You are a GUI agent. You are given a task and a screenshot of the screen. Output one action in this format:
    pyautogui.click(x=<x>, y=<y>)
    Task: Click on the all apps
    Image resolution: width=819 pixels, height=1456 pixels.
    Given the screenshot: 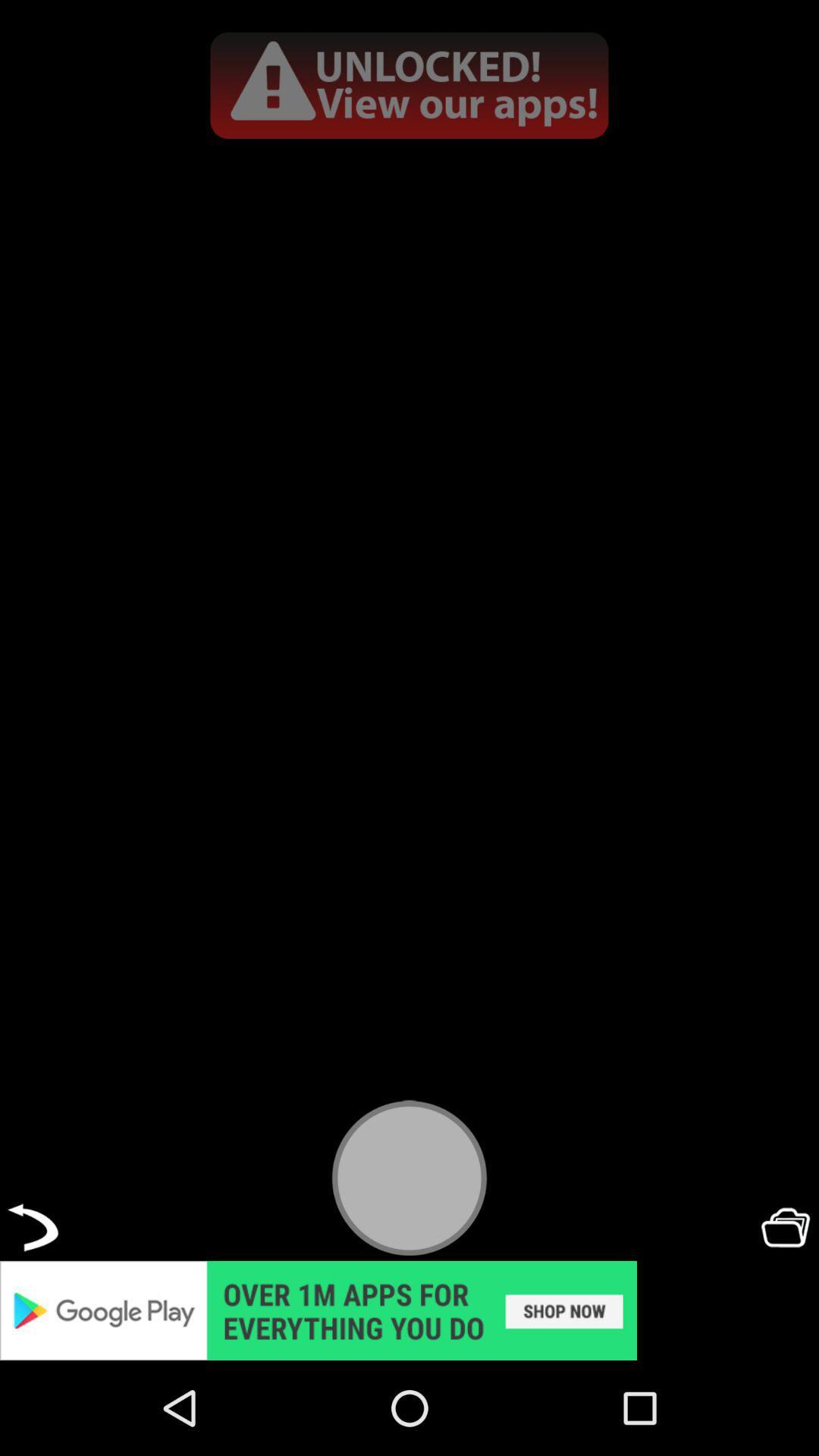 What is the action you would take?
    pyautogui.click(x=409, y=84)
    